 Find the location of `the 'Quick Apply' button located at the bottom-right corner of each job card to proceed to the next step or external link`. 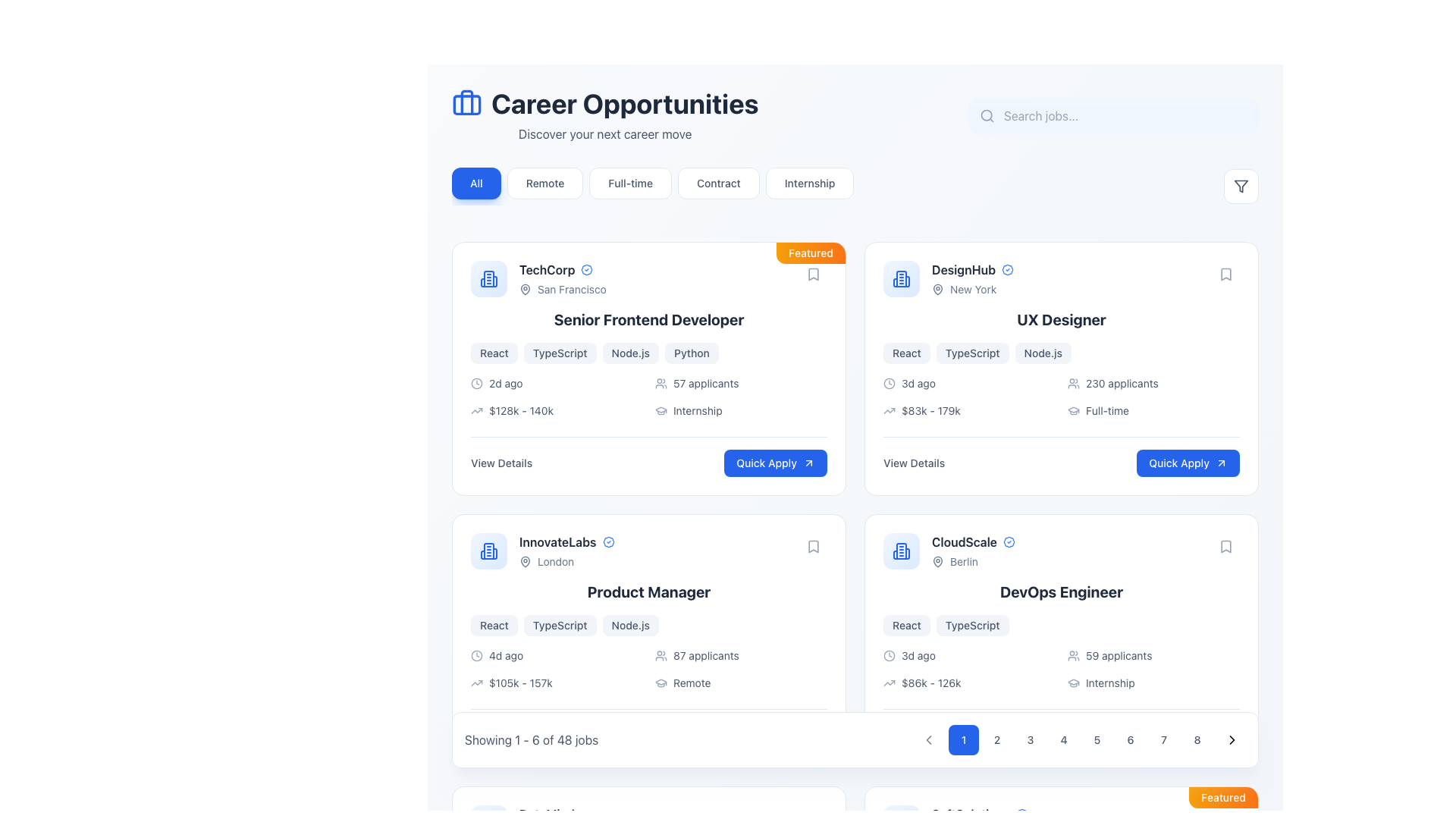

the 'Quick Apply' button located at the bottom-right corner of each job card to proceed to the next step or external link is located at coordinates (808, 734).